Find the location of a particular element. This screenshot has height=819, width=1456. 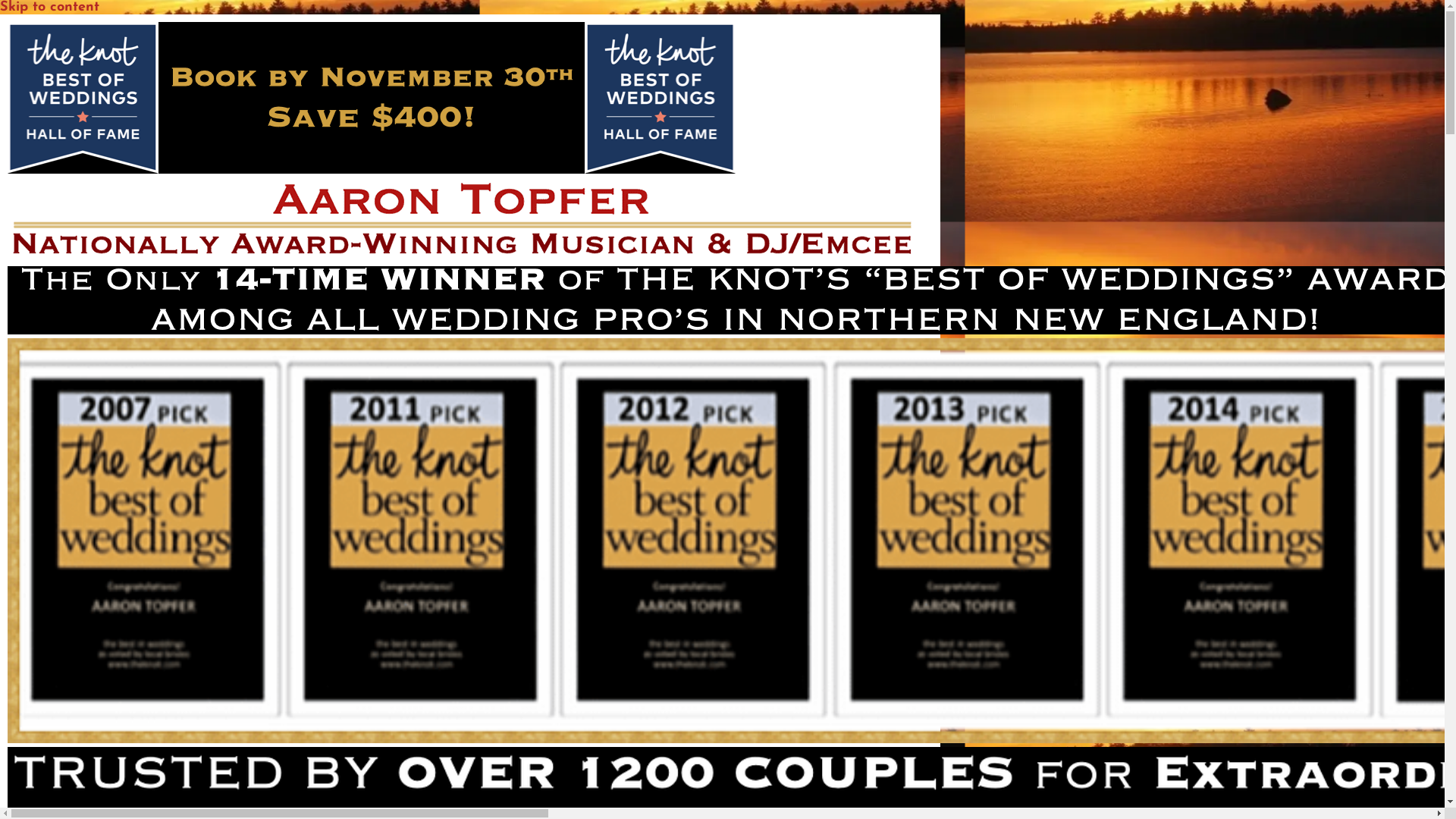

'Skip to content' is located at coordinates (49, 7).